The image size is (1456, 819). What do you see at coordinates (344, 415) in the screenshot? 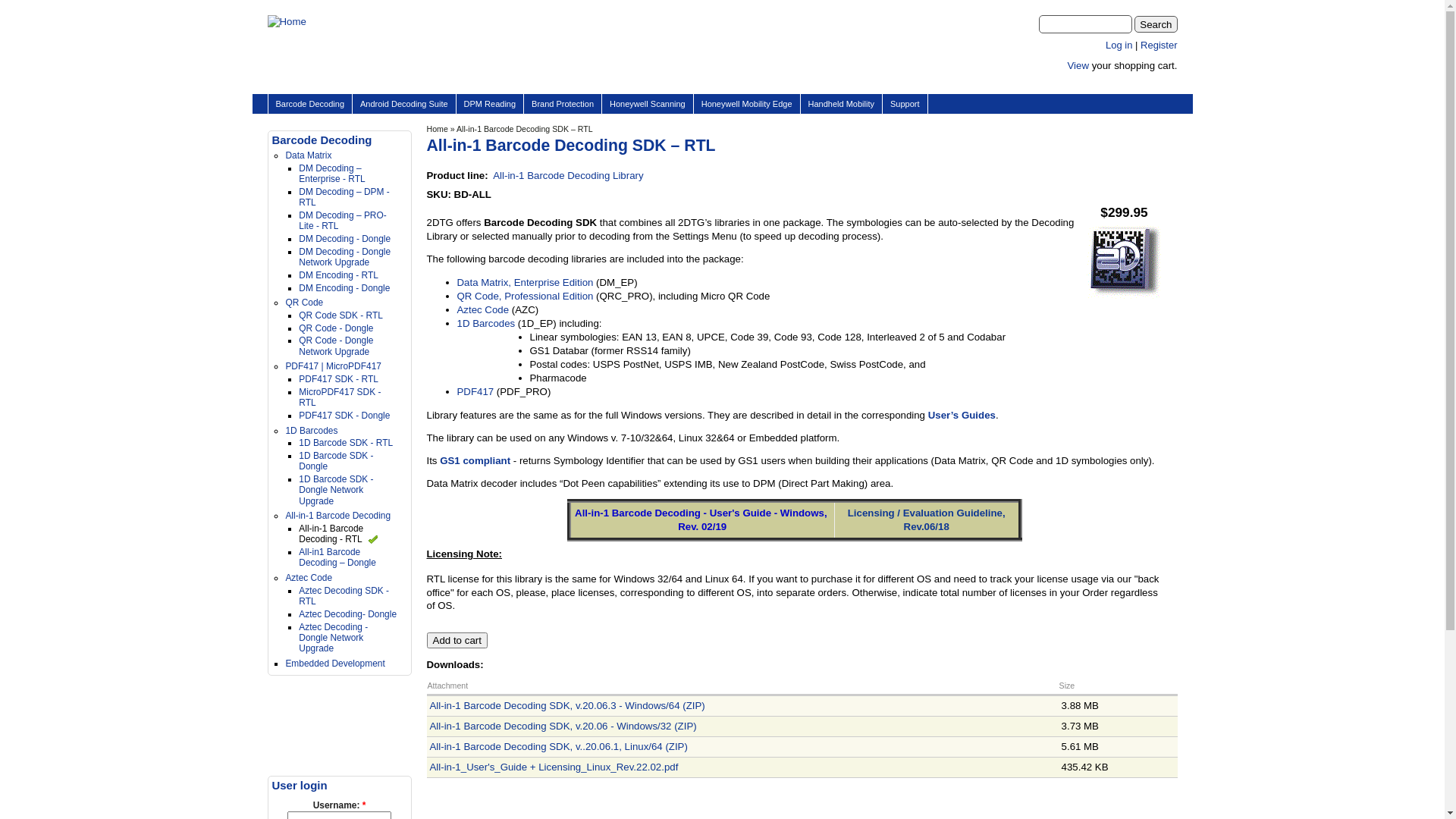
I see `'PDF417 SDK - Dongle'` at bounding box center [344, 415].